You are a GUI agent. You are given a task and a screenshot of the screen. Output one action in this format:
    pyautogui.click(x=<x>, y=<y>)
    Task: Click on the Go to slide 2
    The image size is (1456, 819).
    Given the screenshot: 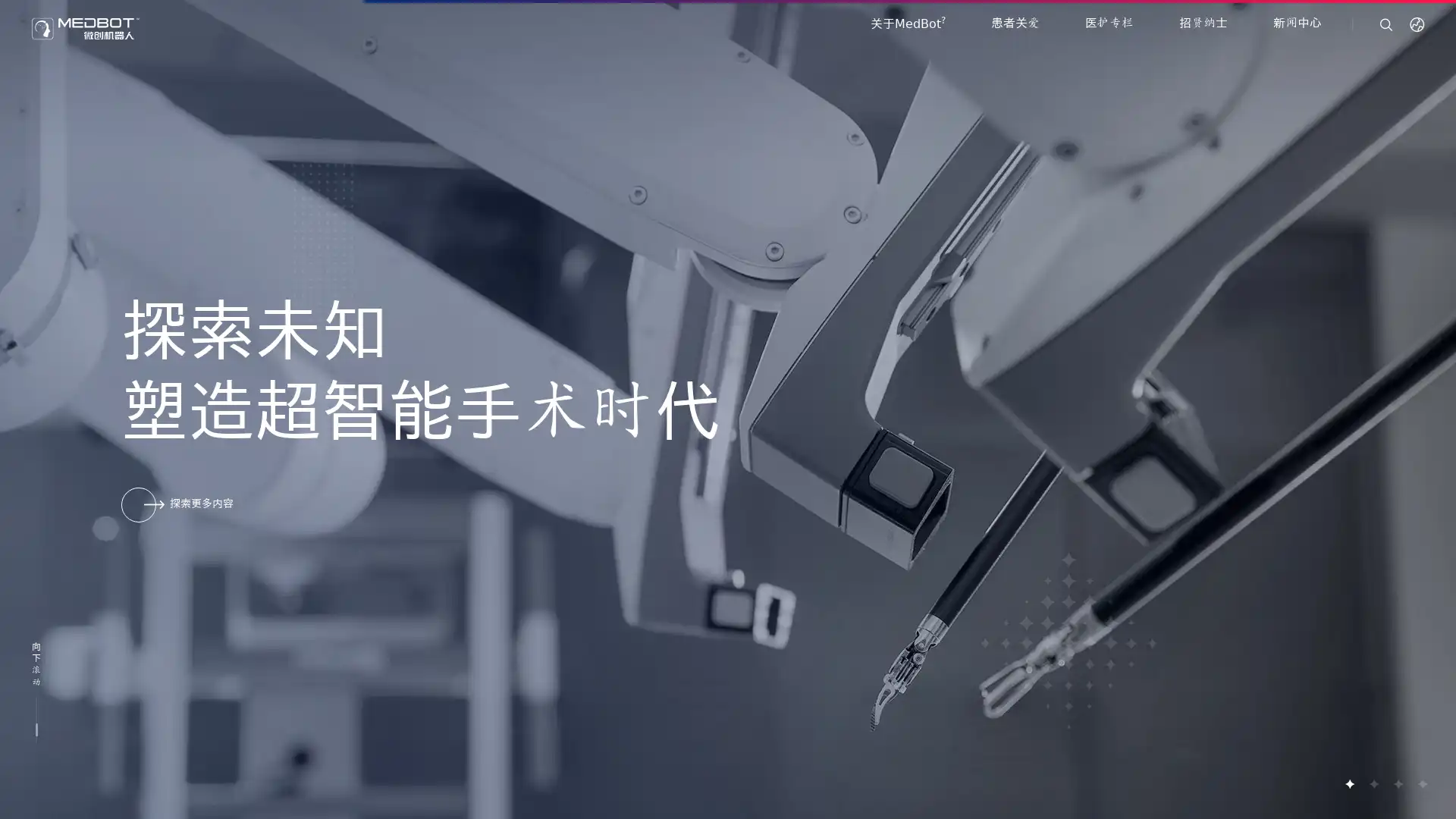 What is the action you would take?
    pyautogui.click(x=1373, y=783)
    